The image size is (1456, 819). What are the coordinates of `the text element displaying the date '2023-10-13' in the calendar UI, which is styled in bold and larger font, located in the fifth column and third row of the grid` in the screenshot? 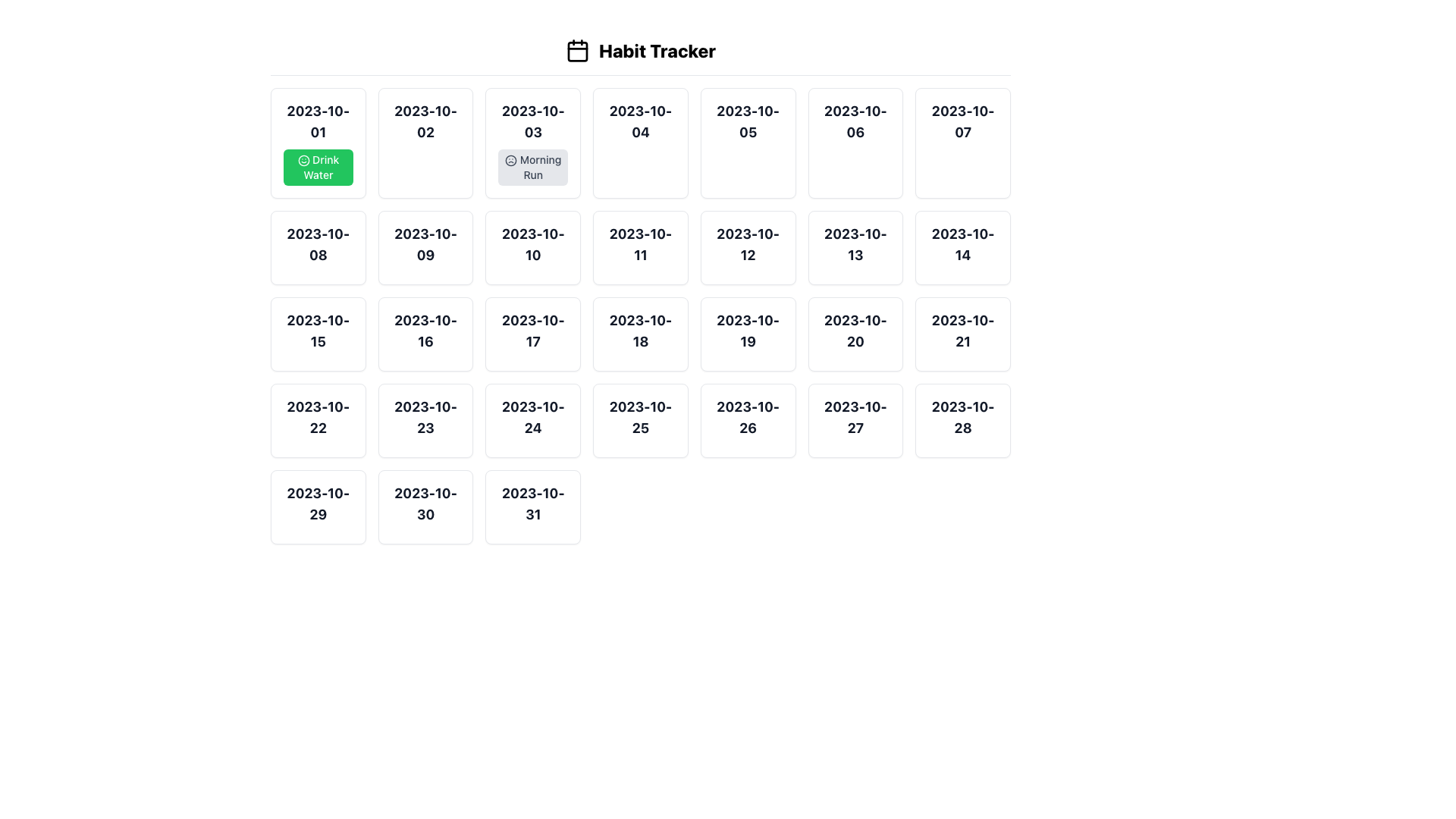 It's located at (855, 244).